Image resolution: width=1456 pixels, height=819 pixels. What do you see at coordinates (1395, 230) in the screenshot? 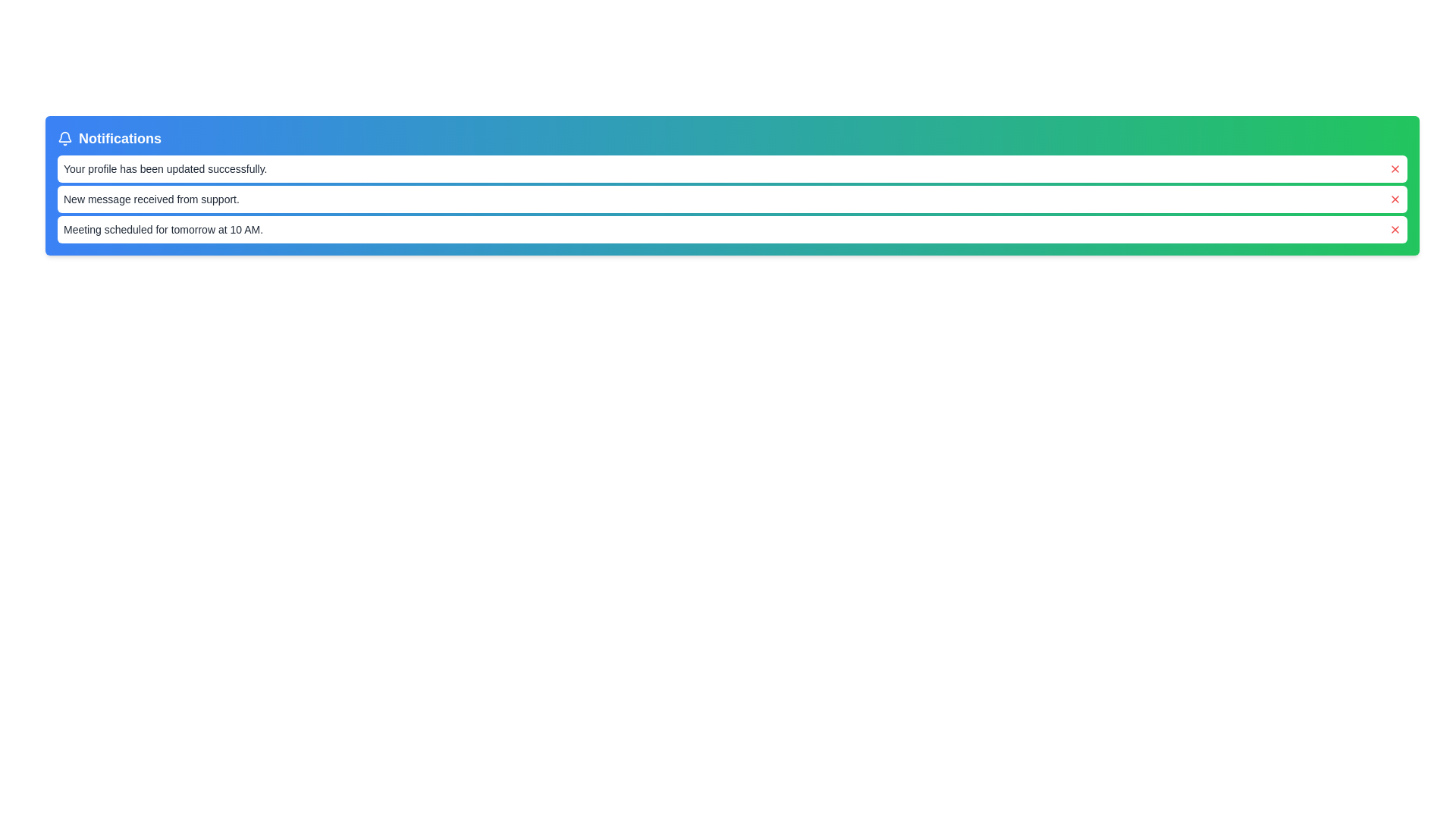
I see `the icon button located on the far right of the notification strip containing the text 'Meeting scheduled for tomorrow at 10 AM.'` at bounding box center [1395, 230].